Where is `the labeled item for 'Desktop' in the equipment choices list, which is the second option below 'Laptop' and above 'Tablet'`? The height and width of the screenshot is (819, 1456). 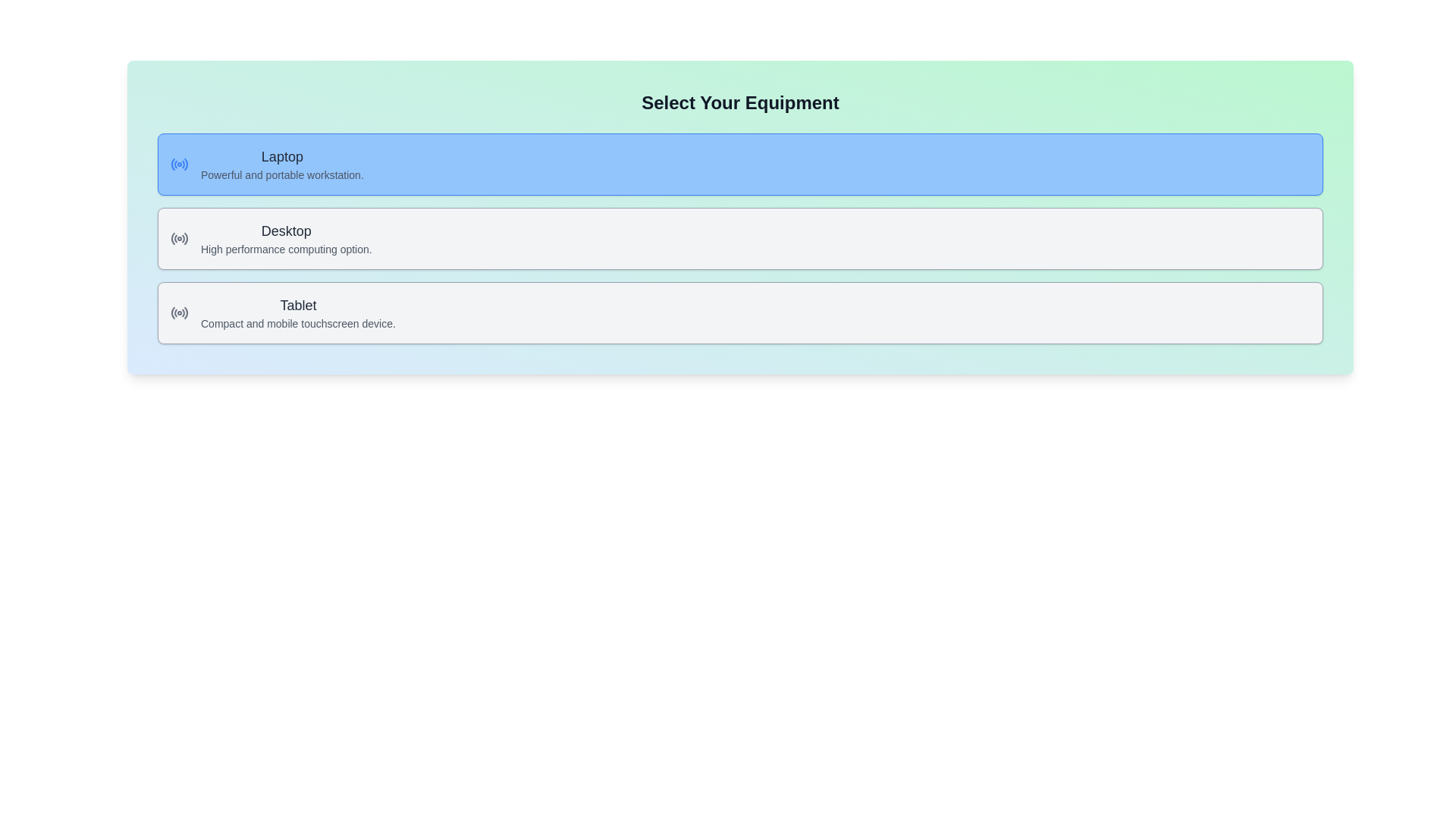 the labeled item for 'Desktop' in the equipment choices list, which is the second option below 'Laptop' and above 'Tablet' is located at coordinates (286, 239).